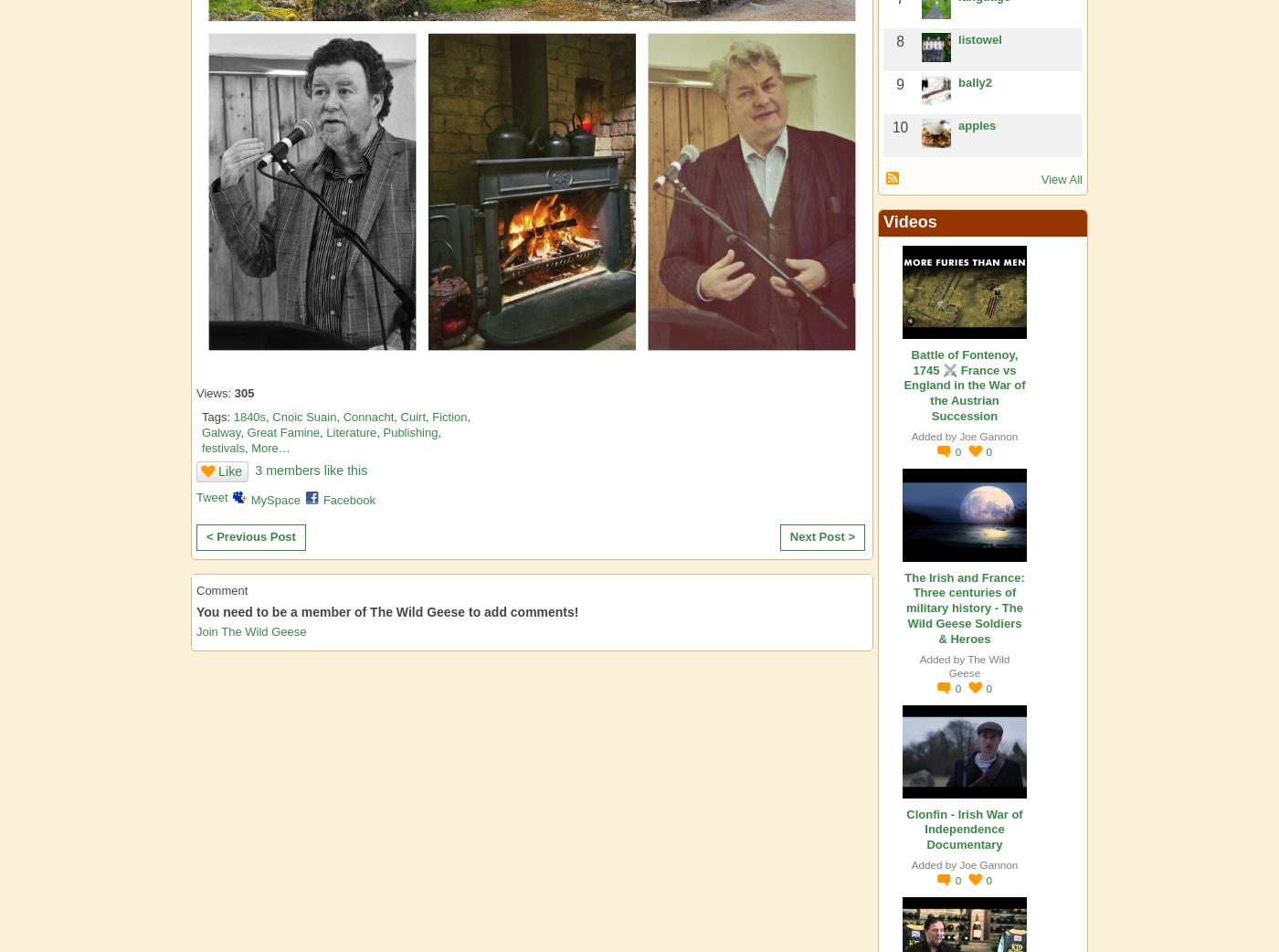 The image size is (1279, 952). Describe the element at coordinates (351, 432) in the screenshot. I see `'Literature'` at that location.